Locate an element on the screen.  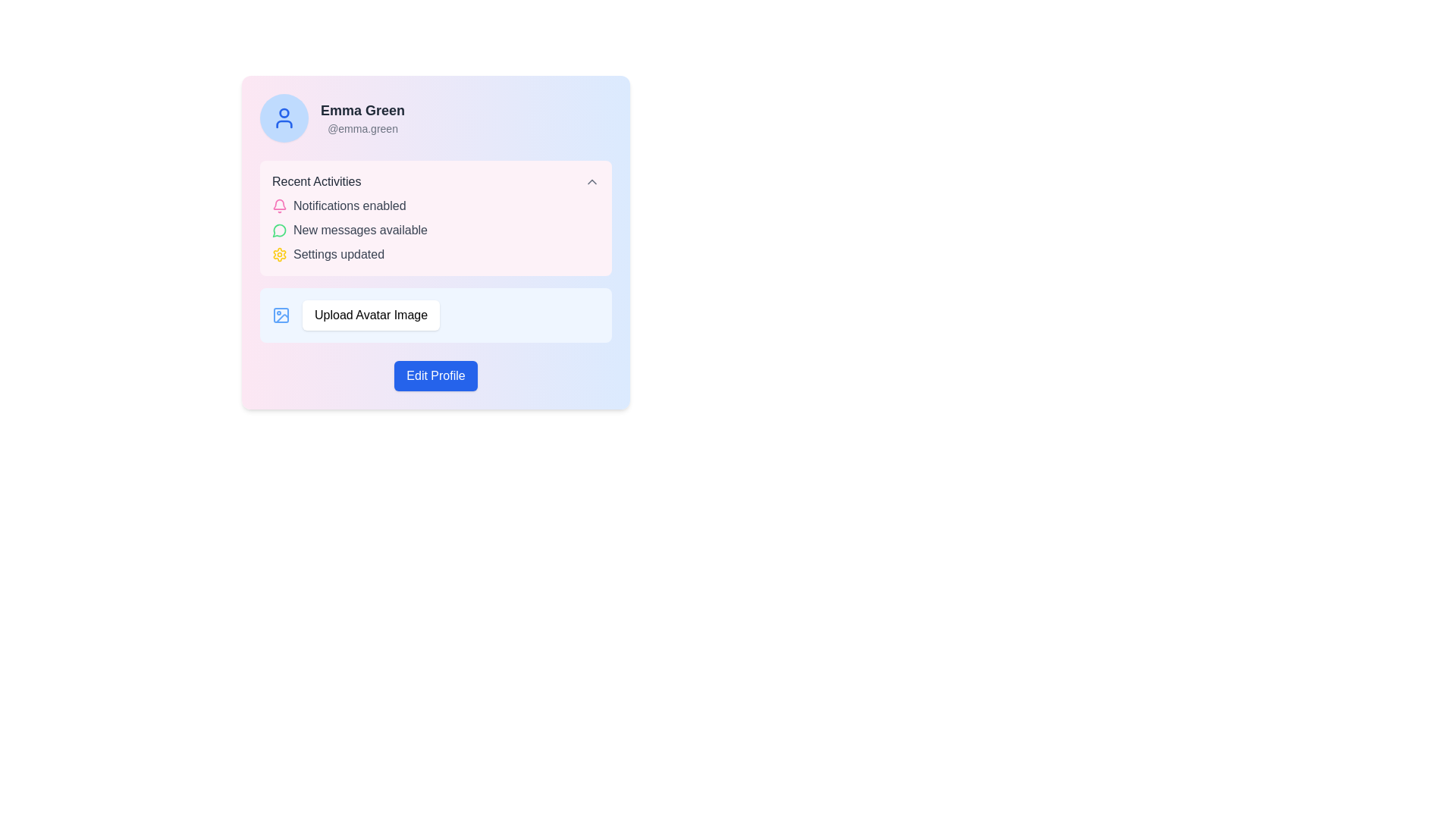
the user's profile avatar SVG icon located at the top-left corner of the profile card, which is above the 'Emma Green' and '@emma.green' text labels is located at coordinates (284, 117).